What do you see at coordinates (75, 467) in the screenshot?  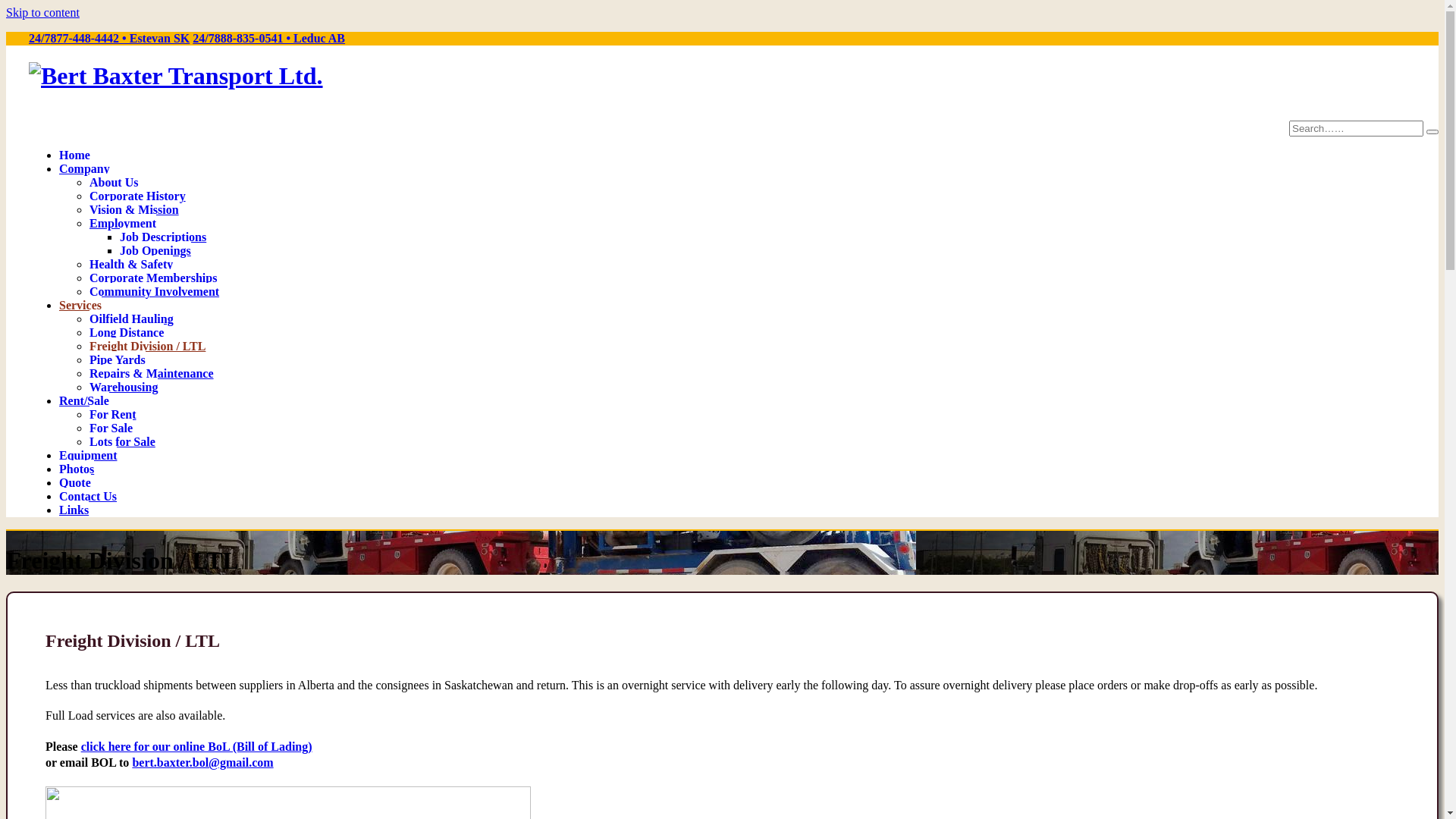 I see `'Photos'` at bounding box center [75, 467].